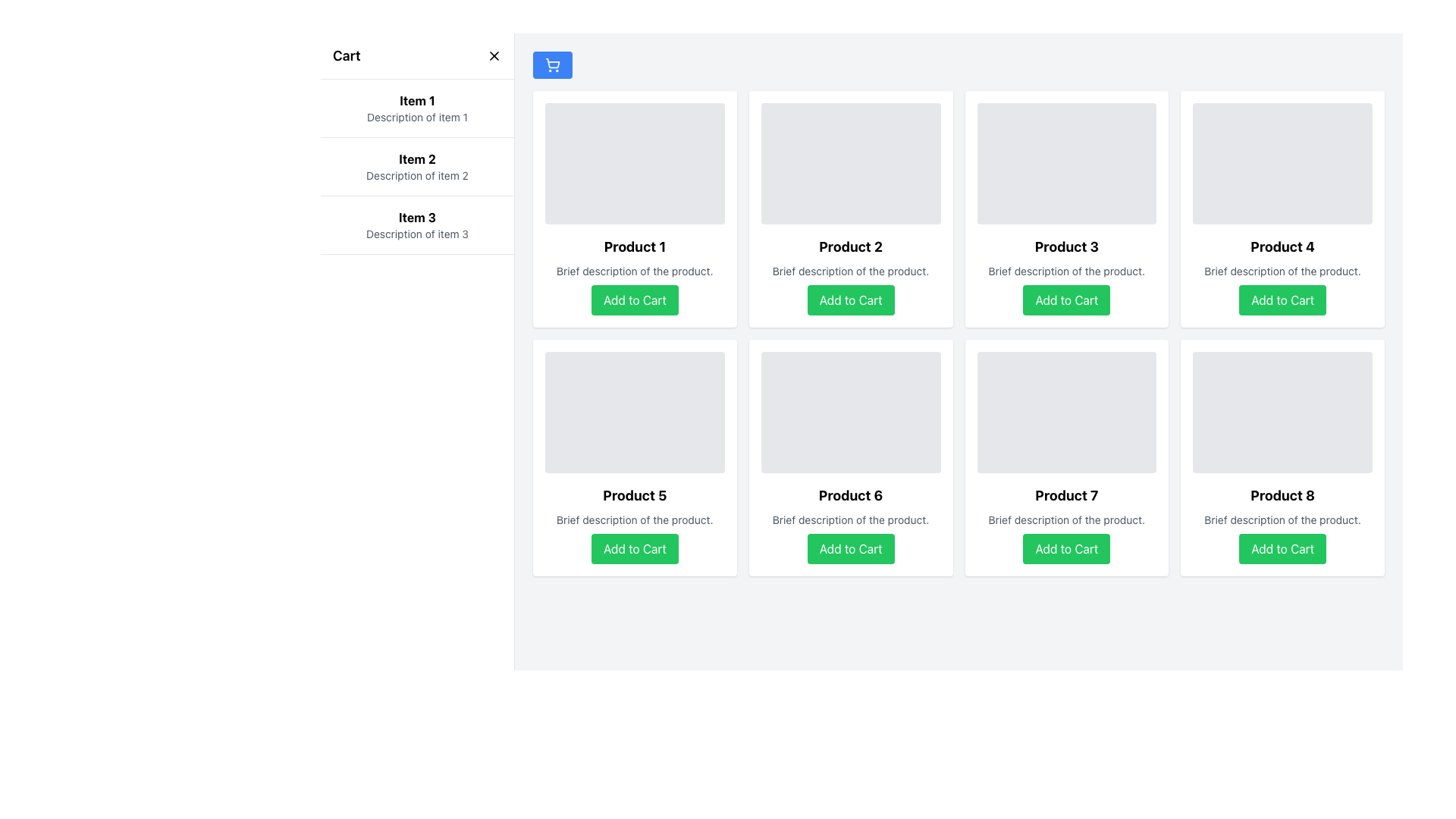 This screenshot has width=1456, height=819. Describe the element at coordinates (635, 209) in the screenshot. I see `the 'Product 1' card which features a green 'Add to Cart' button, located in the first column of the first row in the grid layout` at that location.